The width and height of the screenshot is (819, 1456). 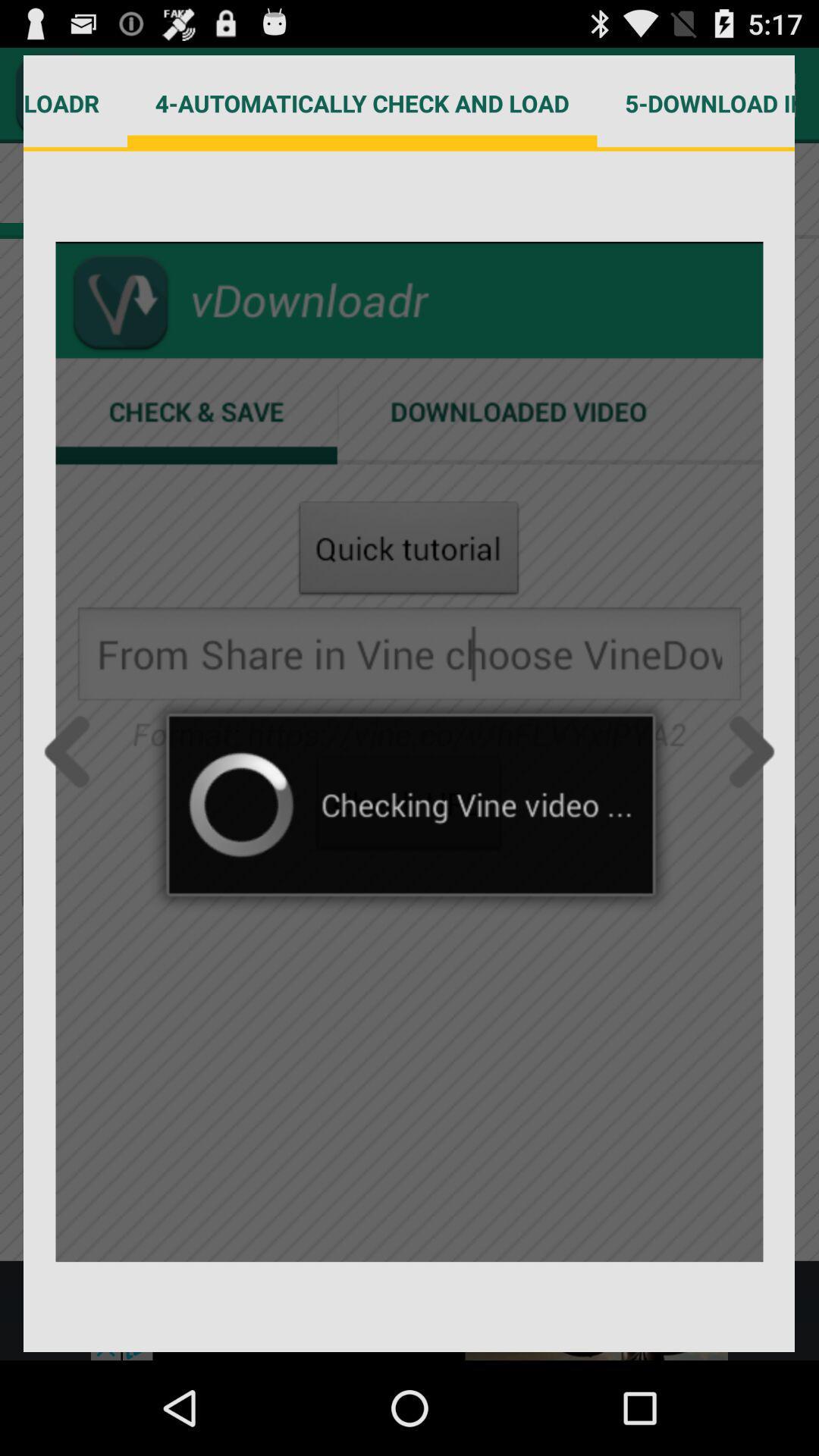 I want to click on 4 automatically check, so click(x=362, y=102).